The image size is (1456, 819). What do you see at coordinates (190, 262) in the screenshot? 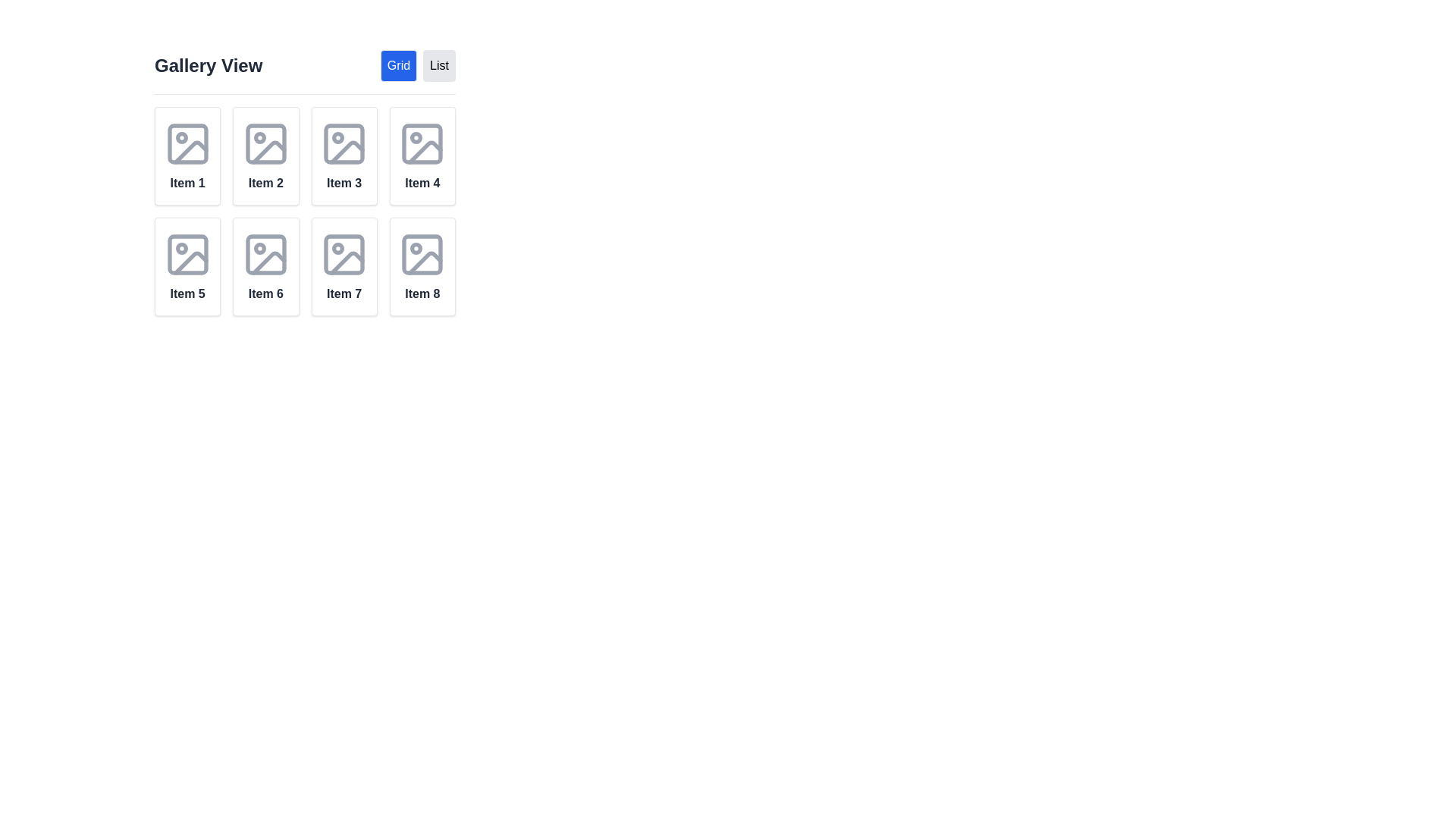
I see `the slope icon with a pivot point located within the 'Item 5' card in the gallery grid` at bounding box center [190, 262].